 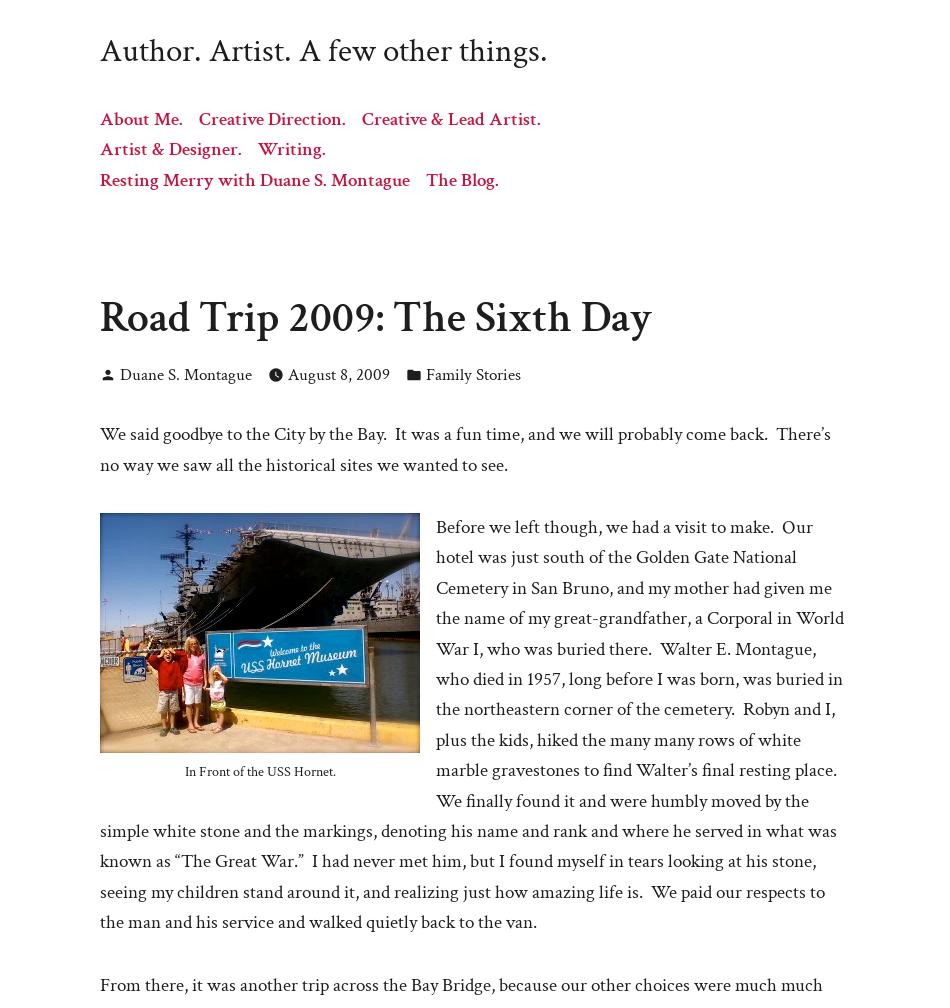 I want to click on 'Creative & Lead Artist.', so click(x=361, y=118).